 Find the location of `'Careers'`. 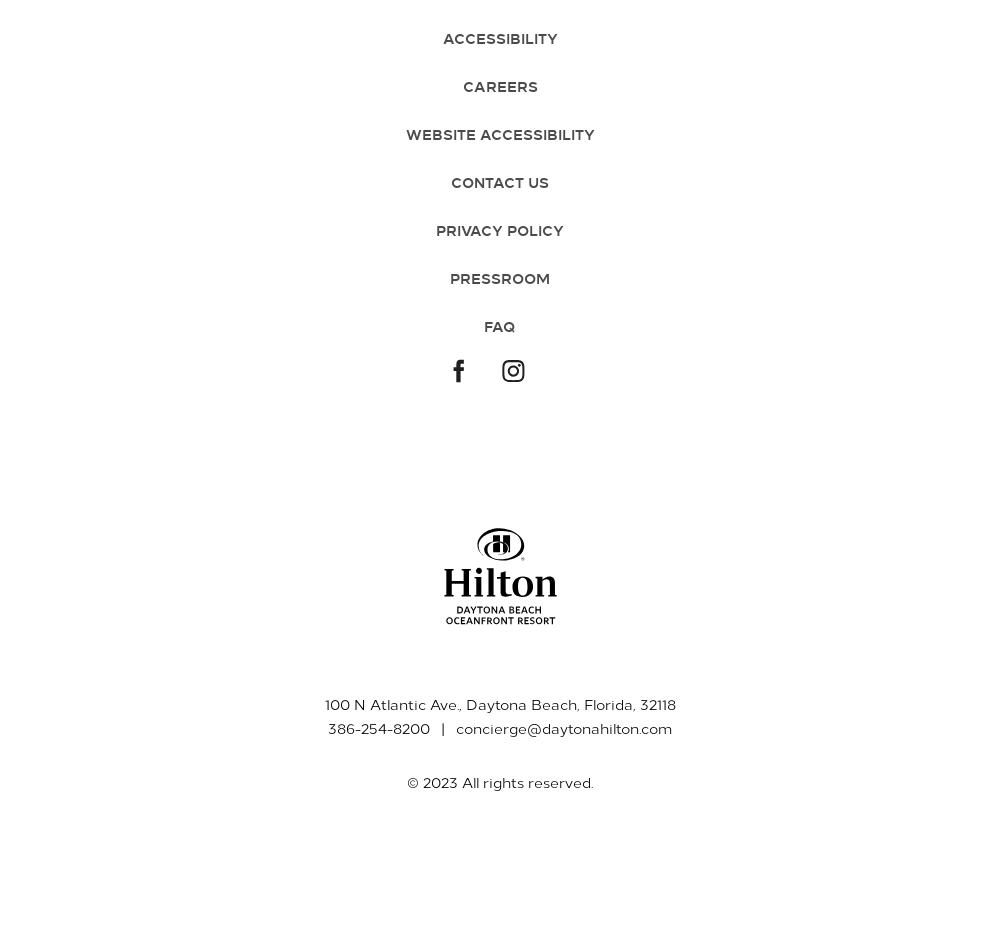

'Careers' is located at coordinates (498, 85).